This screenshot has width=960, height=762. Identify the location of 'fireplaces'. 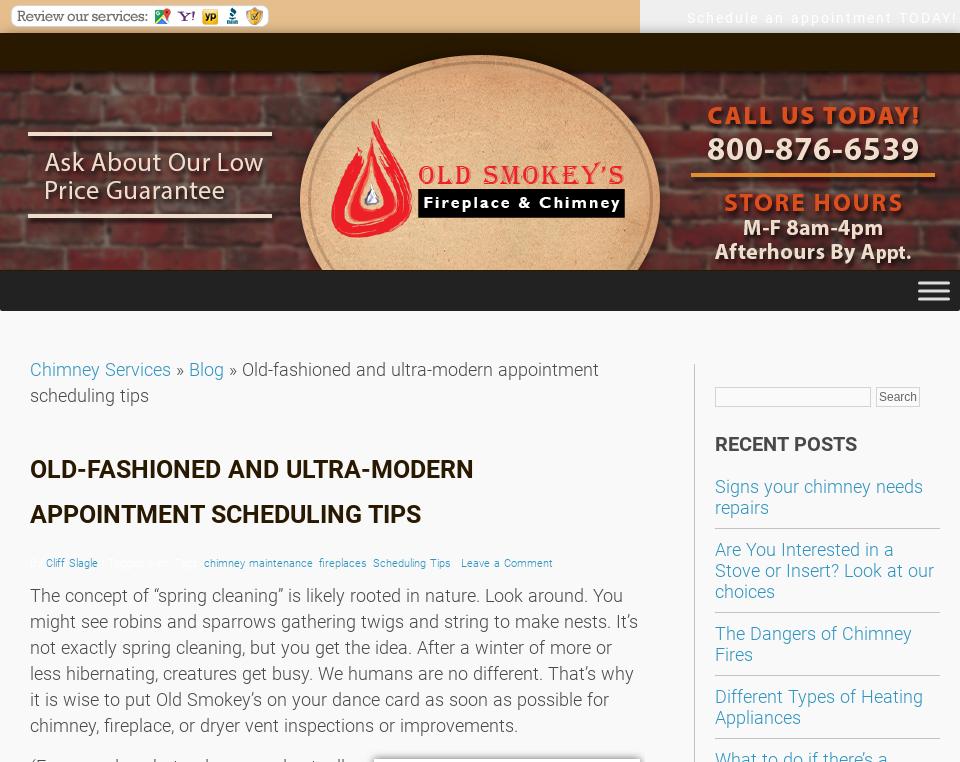
(343, 562).